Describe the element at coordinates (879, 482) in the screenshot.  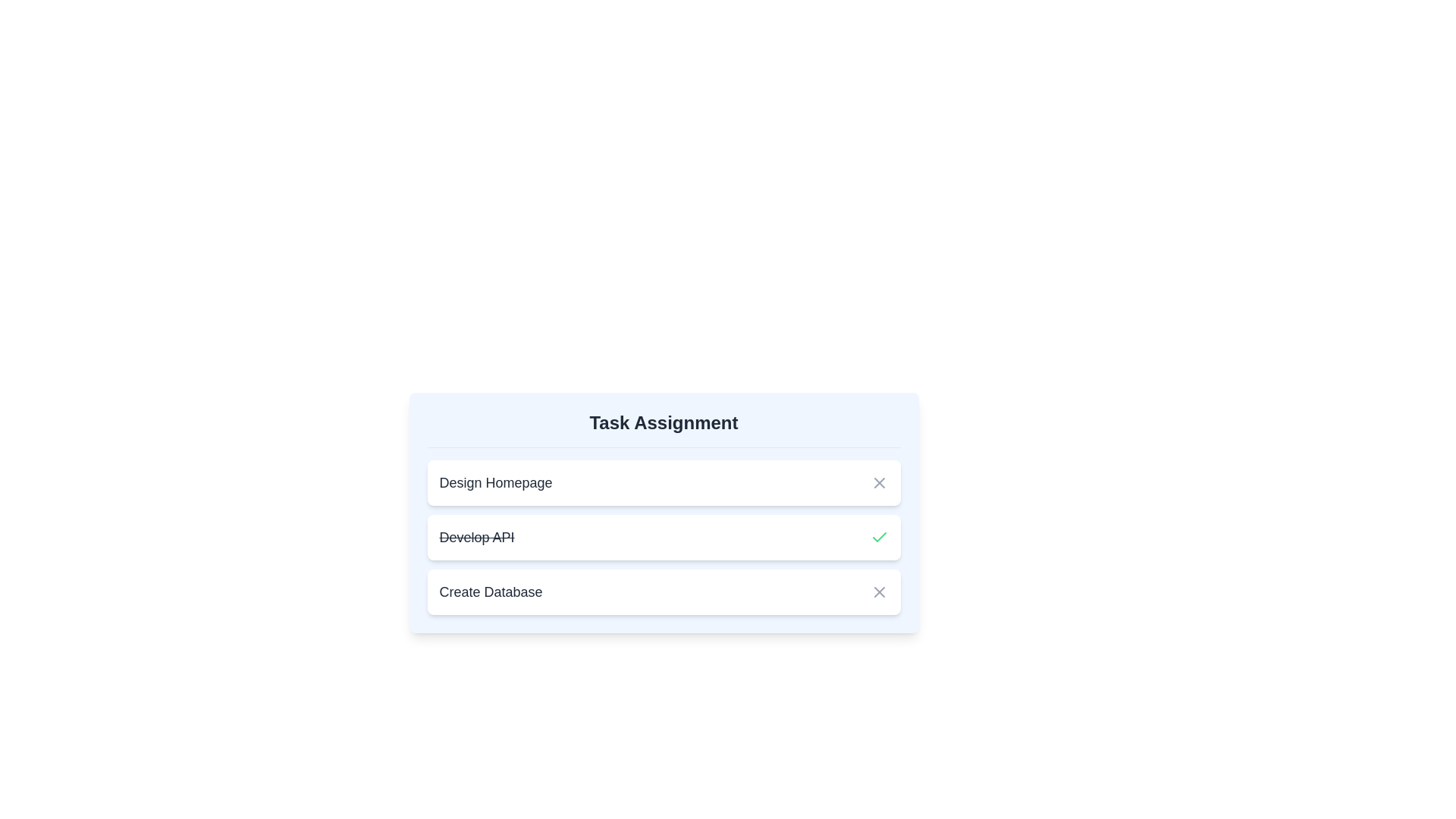
I see `the red visual marker styled as a diagonal cross, which is located within a button-like element adjacent to the text 'Design Homepage'` at that location.